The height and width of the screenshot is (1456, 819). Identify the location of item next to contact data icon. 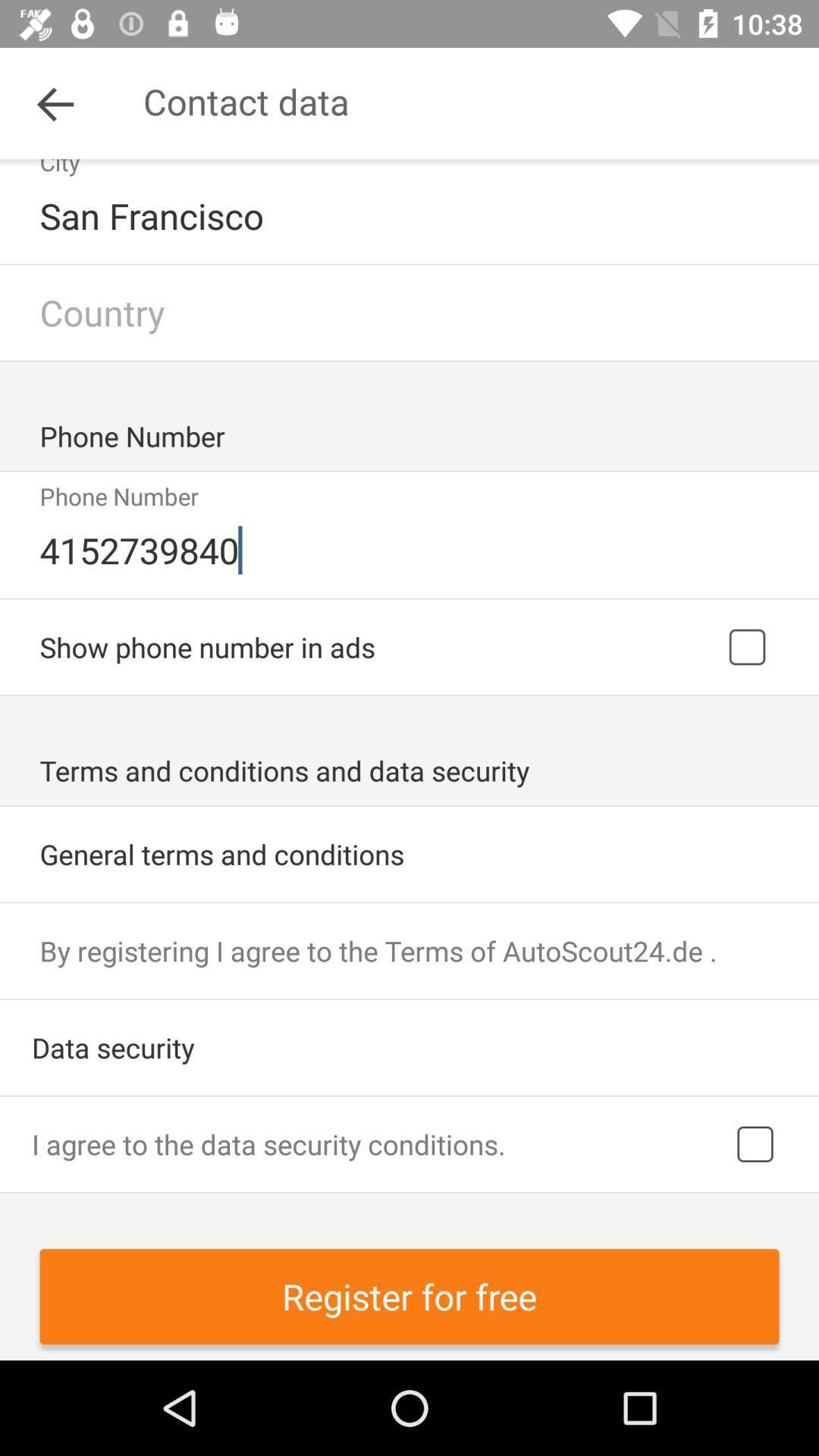
(55, 102).